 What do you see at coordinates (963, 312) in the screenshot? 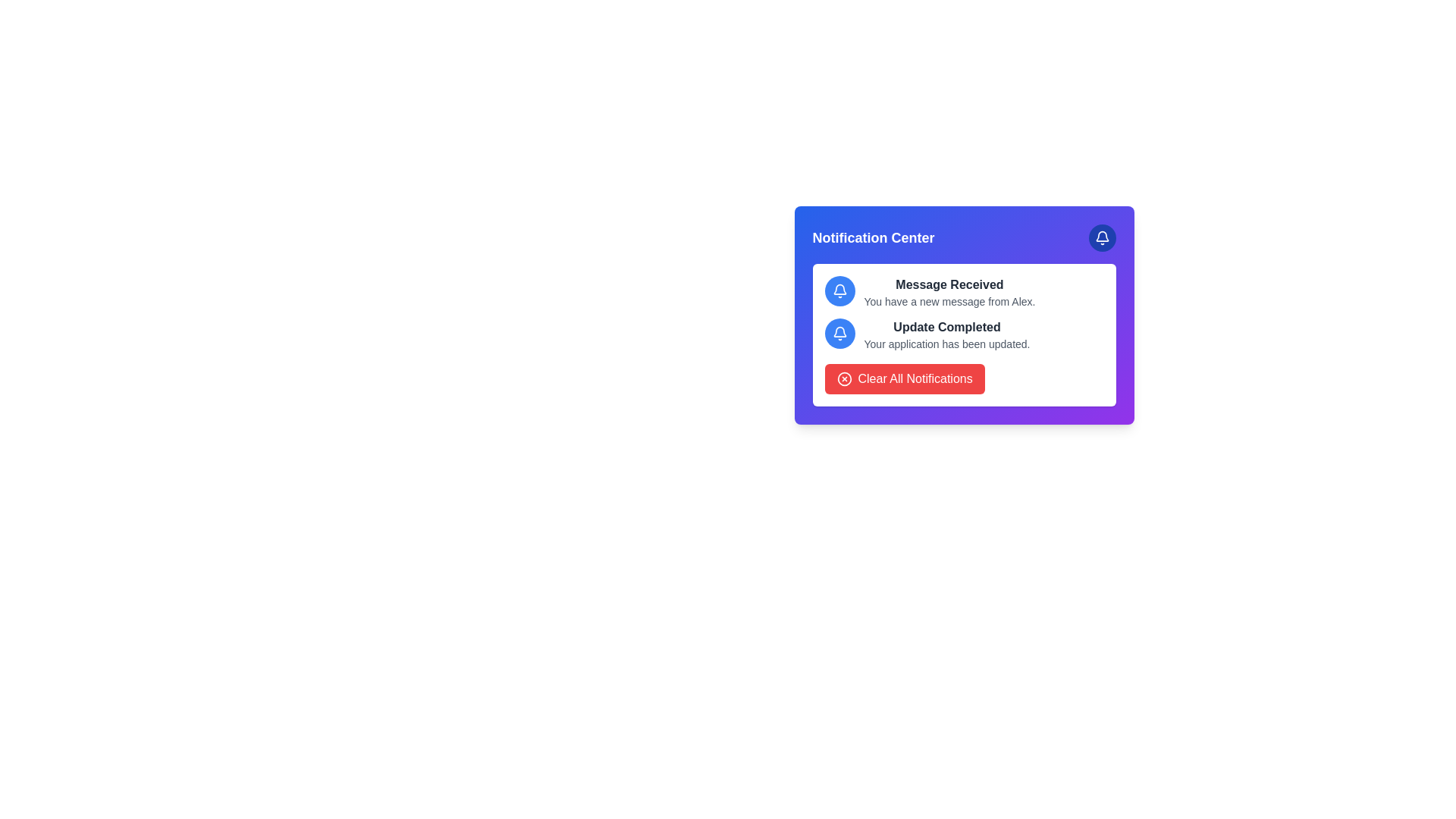
I see `the individual notification entry in the notification list, which is located in the center-right region of the interface, above the 'Clear All Notifications' button` at bounding box center [963, 312].